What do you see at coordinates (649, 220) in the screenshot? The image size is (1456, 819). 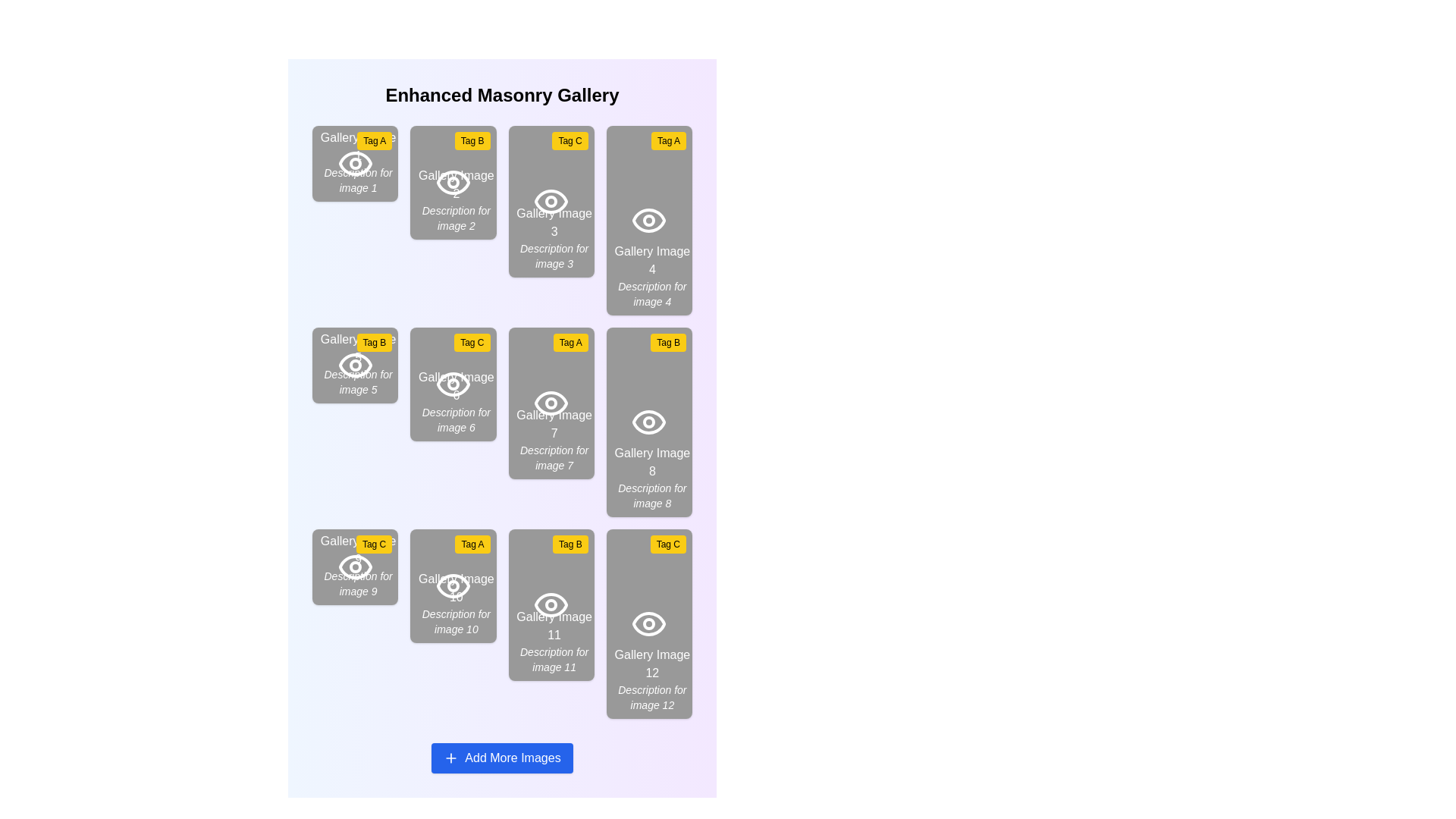 I see `the eye-shaped icon button located in the center of the 'Gallery Image 4' tile, which has a minimalistic outlined design and is white against a gray background` at bounding box center [649, 220].